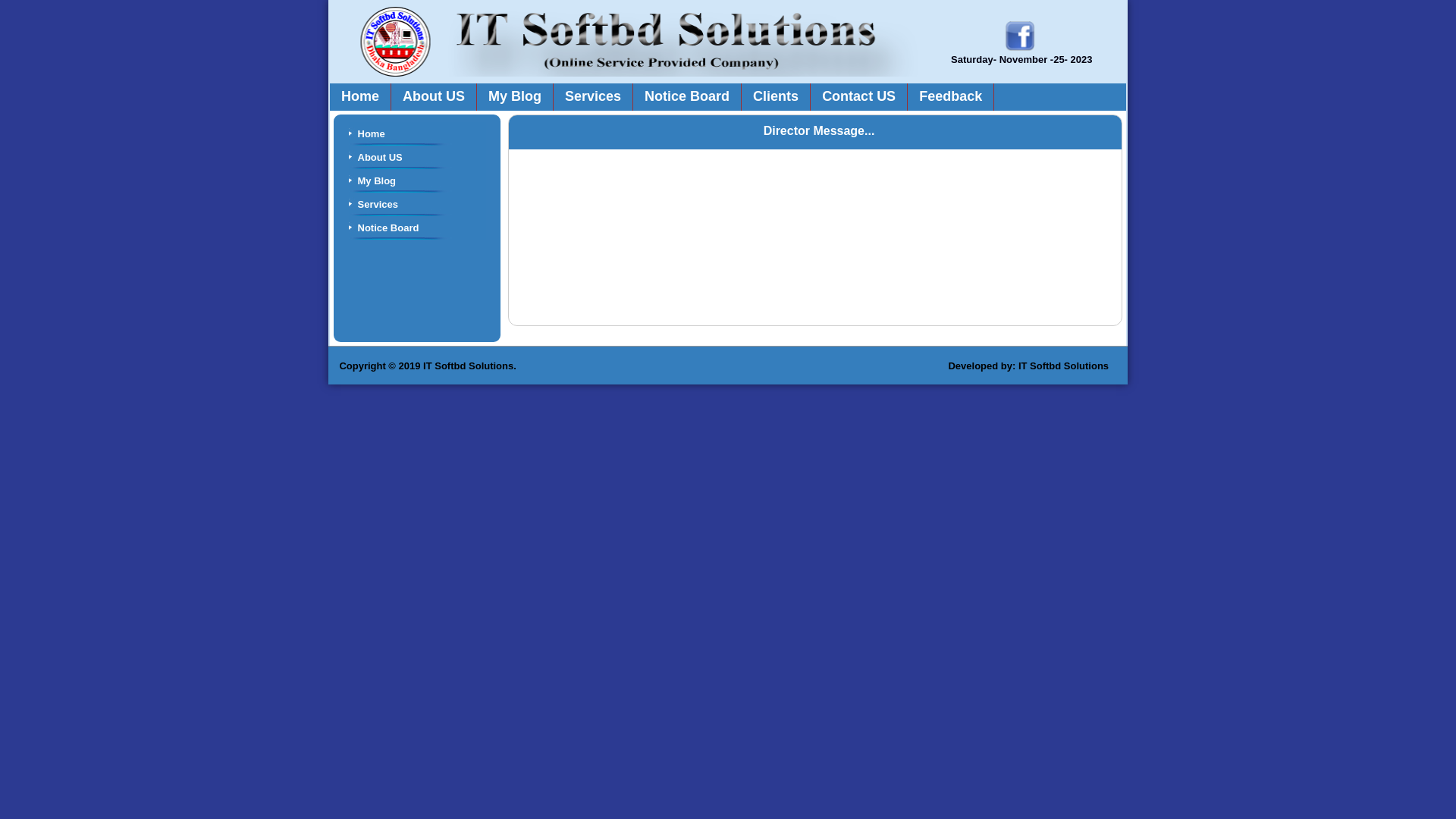 The image size is (1456, 819). Describe the element at coordinates (417, 133) in the screenshot. I see `'Home'` at that location.